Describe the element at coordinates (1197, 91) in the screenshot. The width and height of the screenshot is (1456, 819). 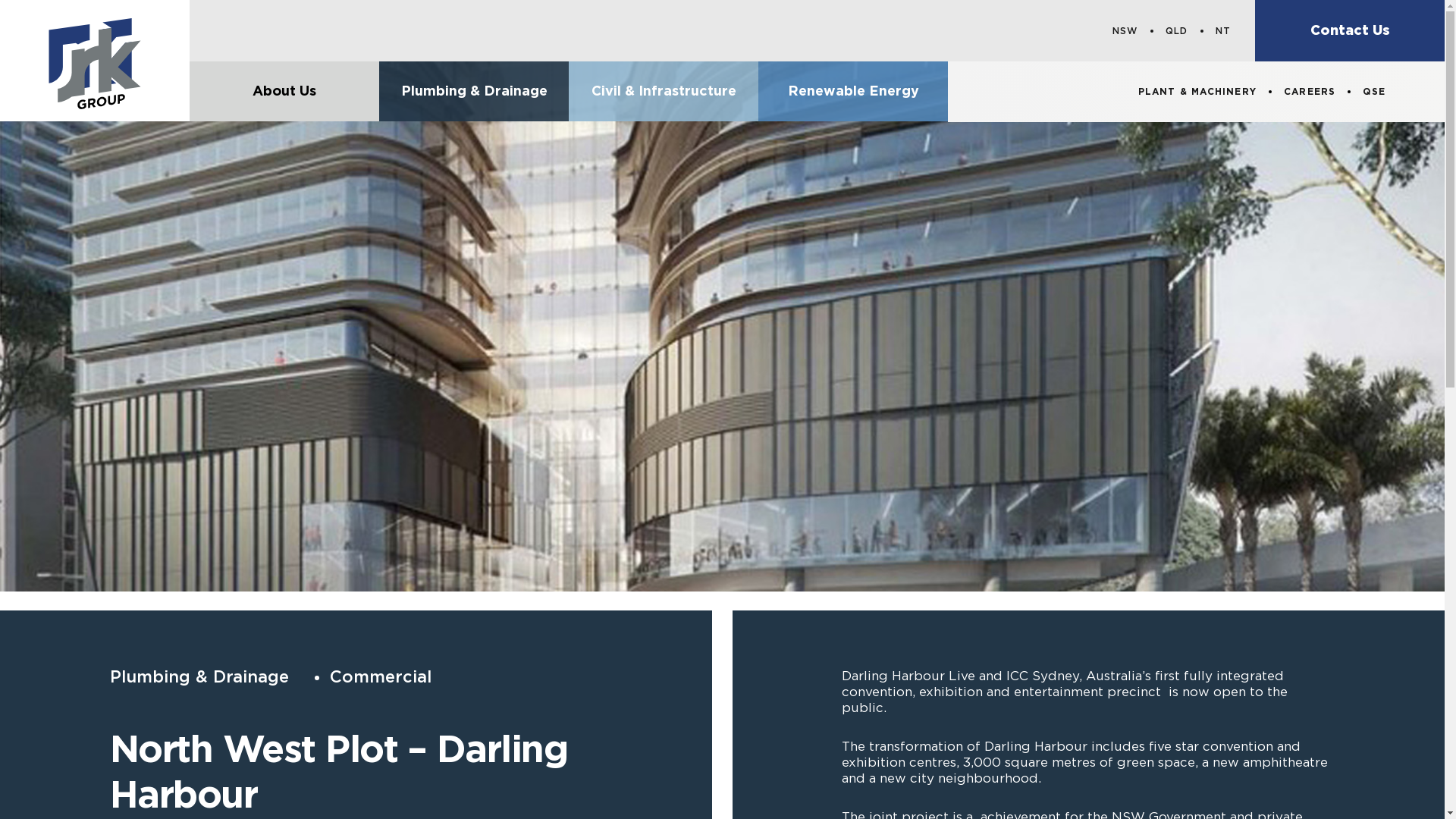
I see `'PLANT & MACHINERY'` at that location.